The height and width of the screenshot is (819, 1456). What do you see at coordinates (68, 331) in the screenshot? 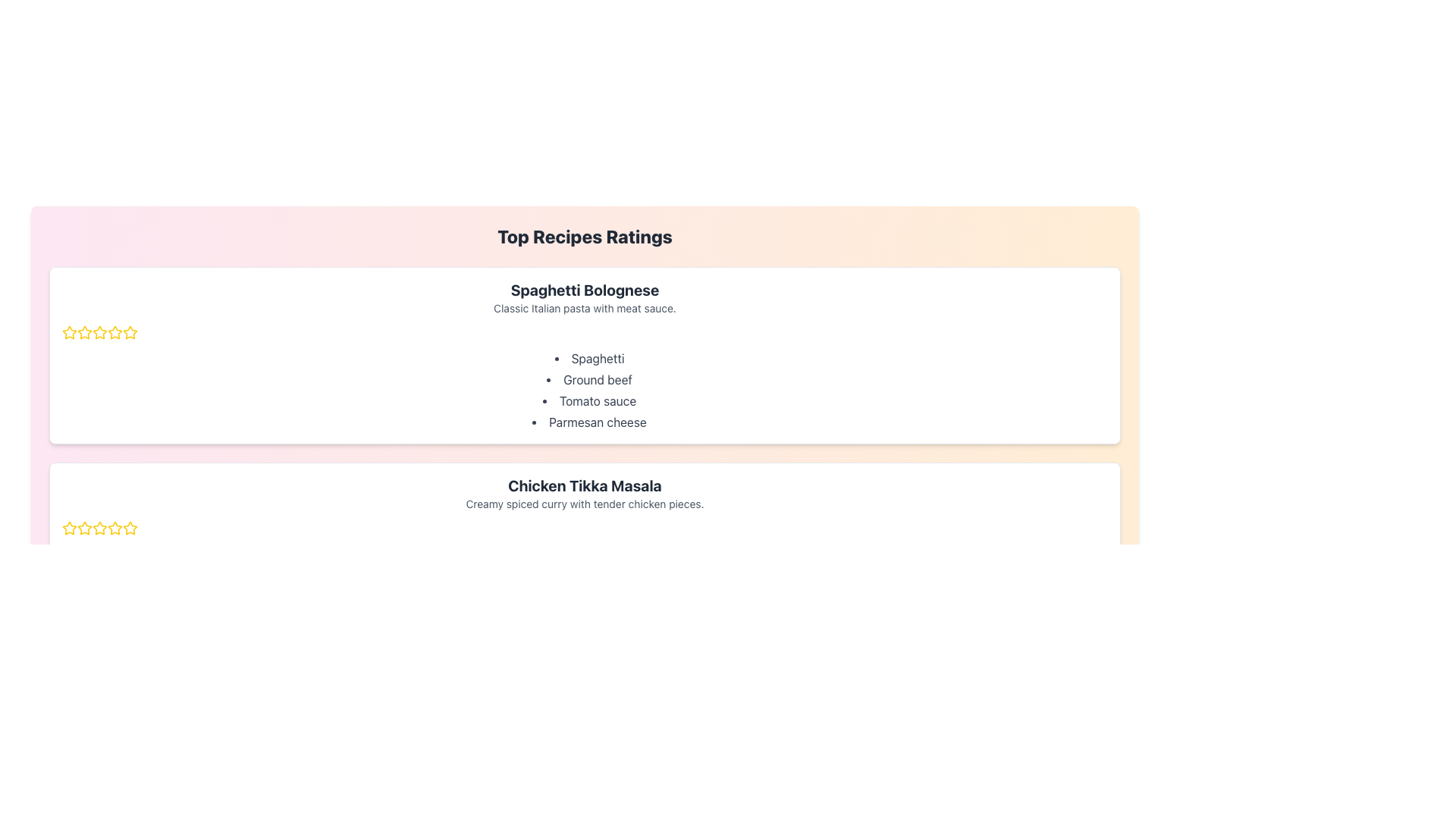
I see `the first star icon from the left in the rating section of the 'Spaghetti Bolognese' recipe card` at bounding box center [68, 331].